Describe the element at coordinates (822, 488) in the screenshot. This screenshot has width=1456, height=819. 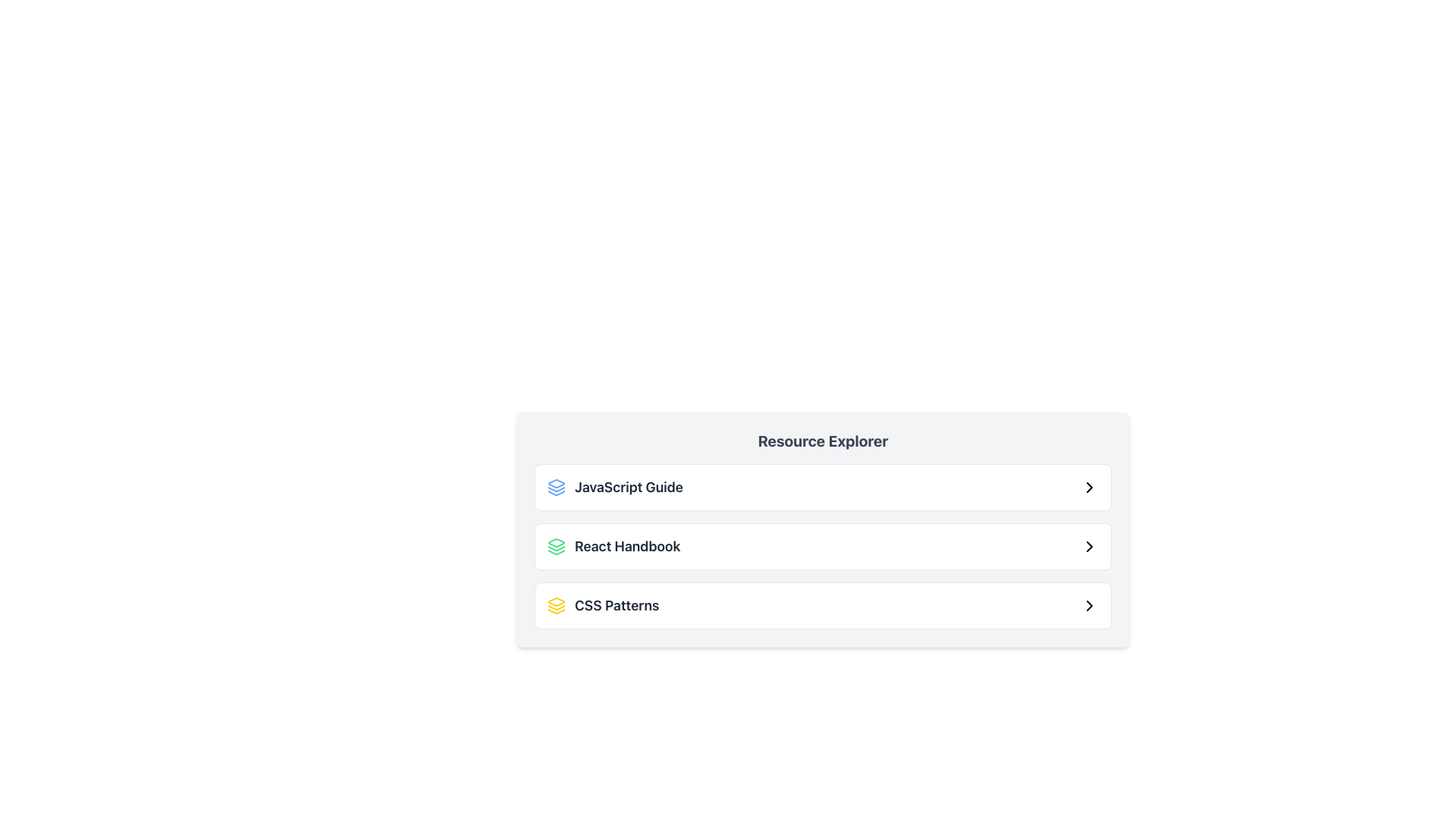
I see `the first item in the navigational menu labeled 'JavaScript Guide'` at that location.